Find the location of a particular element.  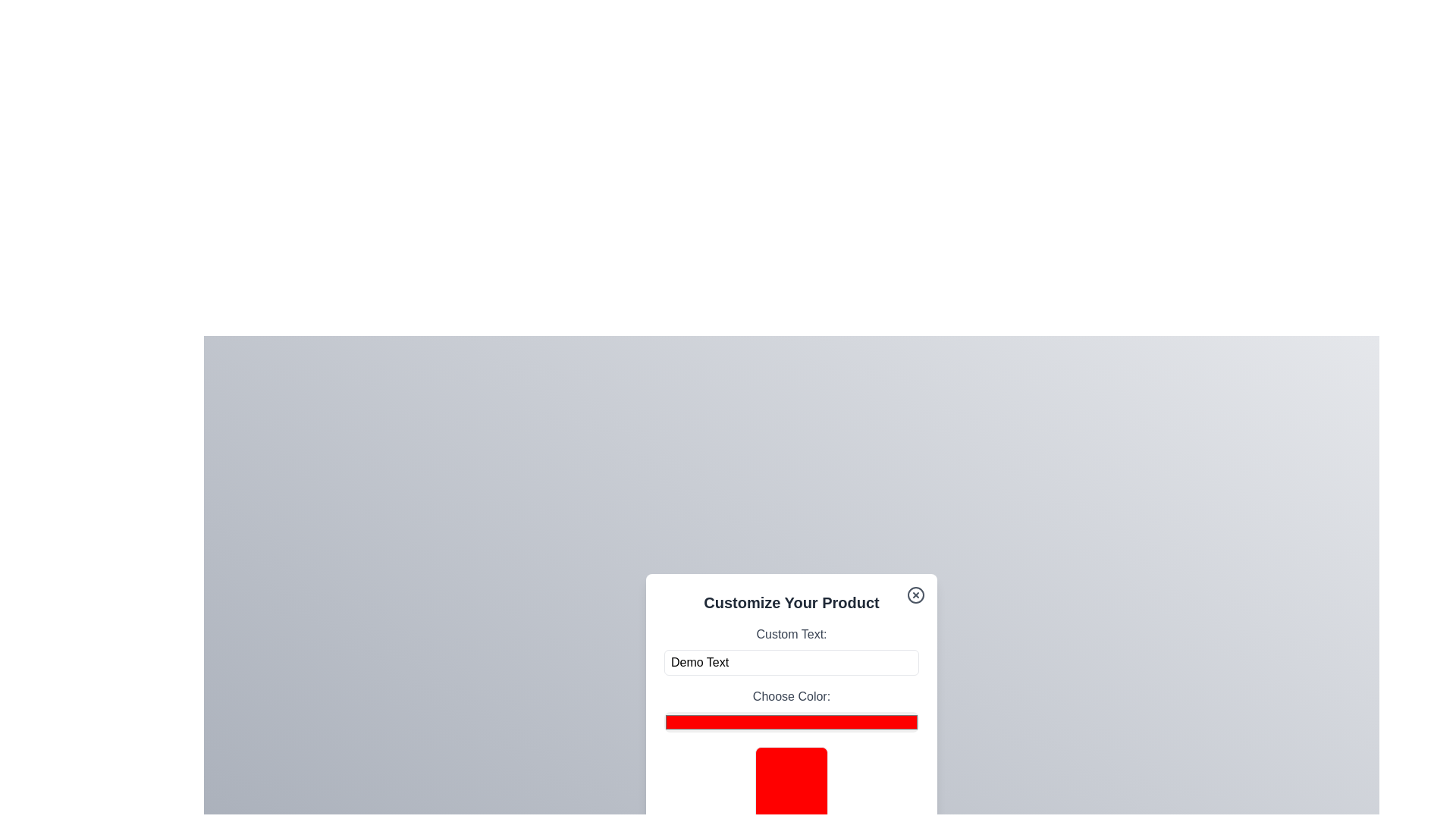

the custom text field to focus it is located at coordinates (790, 662).